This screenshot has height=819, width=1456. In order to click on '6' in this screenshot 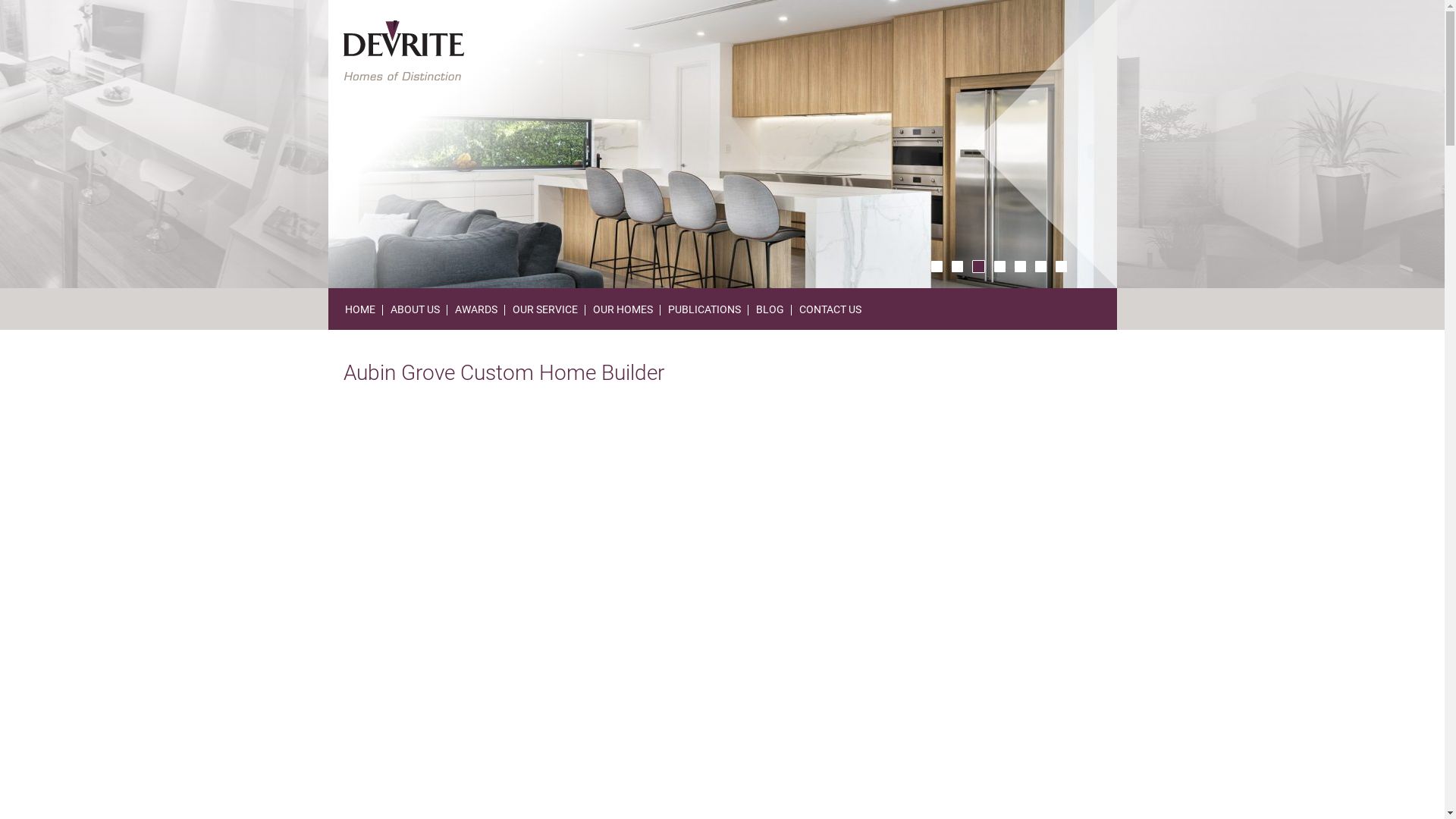, I will do `click(1039, 265)`.